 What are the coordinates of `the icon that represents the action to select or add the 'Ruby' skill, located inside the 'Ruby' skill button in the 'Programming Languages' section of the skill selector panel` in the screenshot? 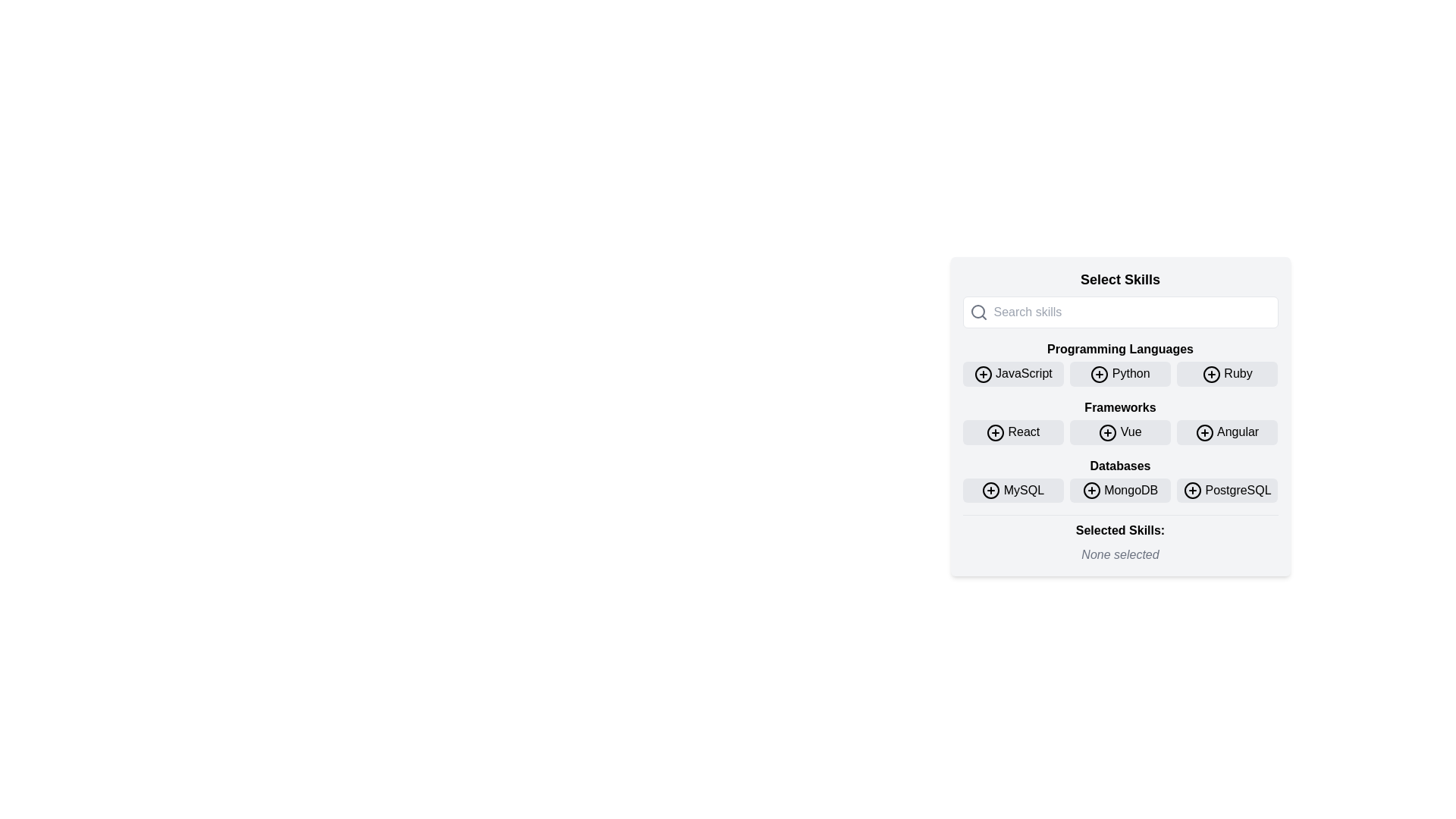 It's located at (1210, 374).